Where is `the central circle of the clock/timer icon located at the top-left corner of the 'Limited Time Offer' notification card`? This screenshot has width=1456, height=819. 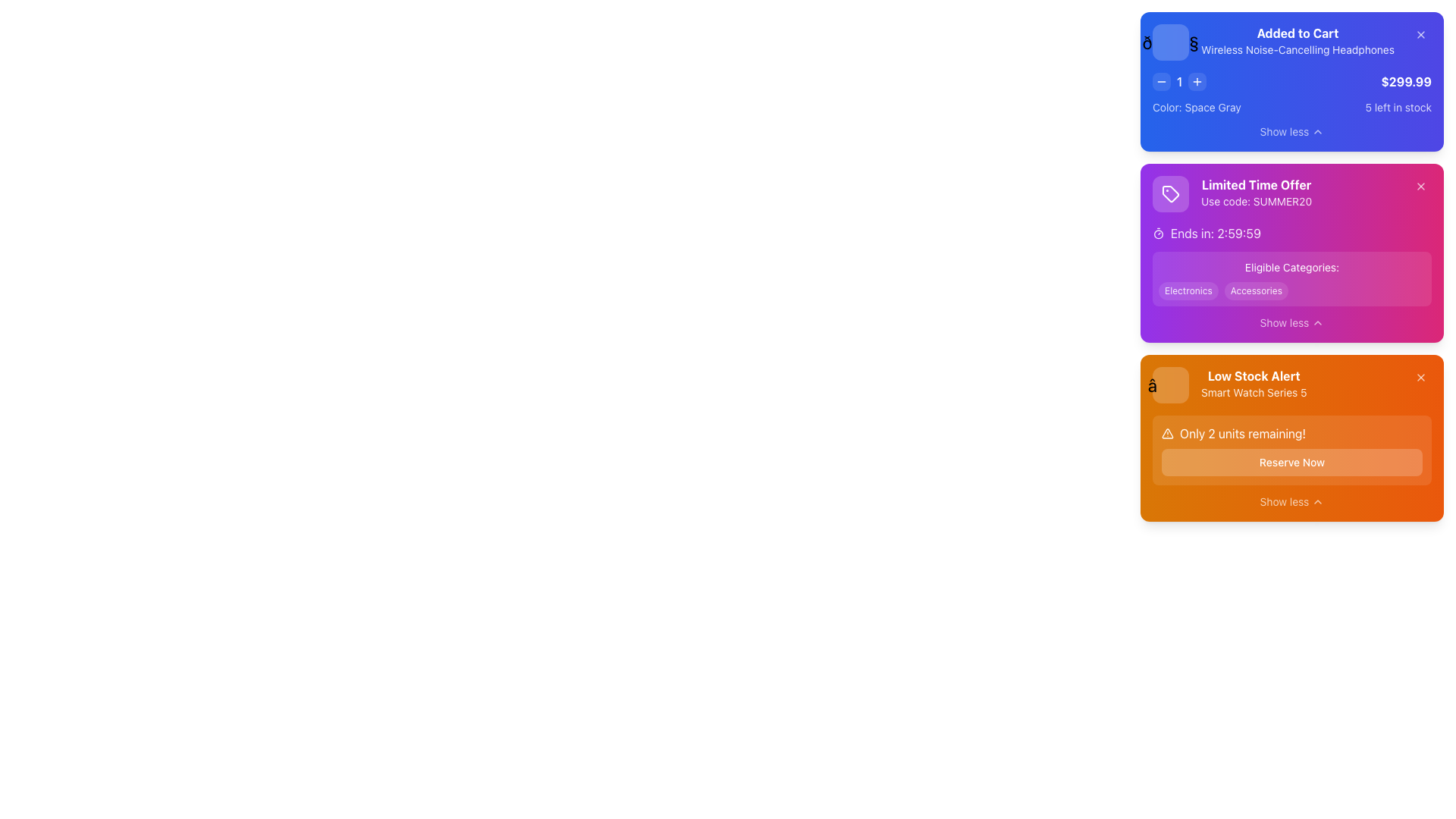 the central circle of the clock/timer icon located at the top-left corner of the 'Limited Time Offer' notification card is located at coordinates (1157, 234).